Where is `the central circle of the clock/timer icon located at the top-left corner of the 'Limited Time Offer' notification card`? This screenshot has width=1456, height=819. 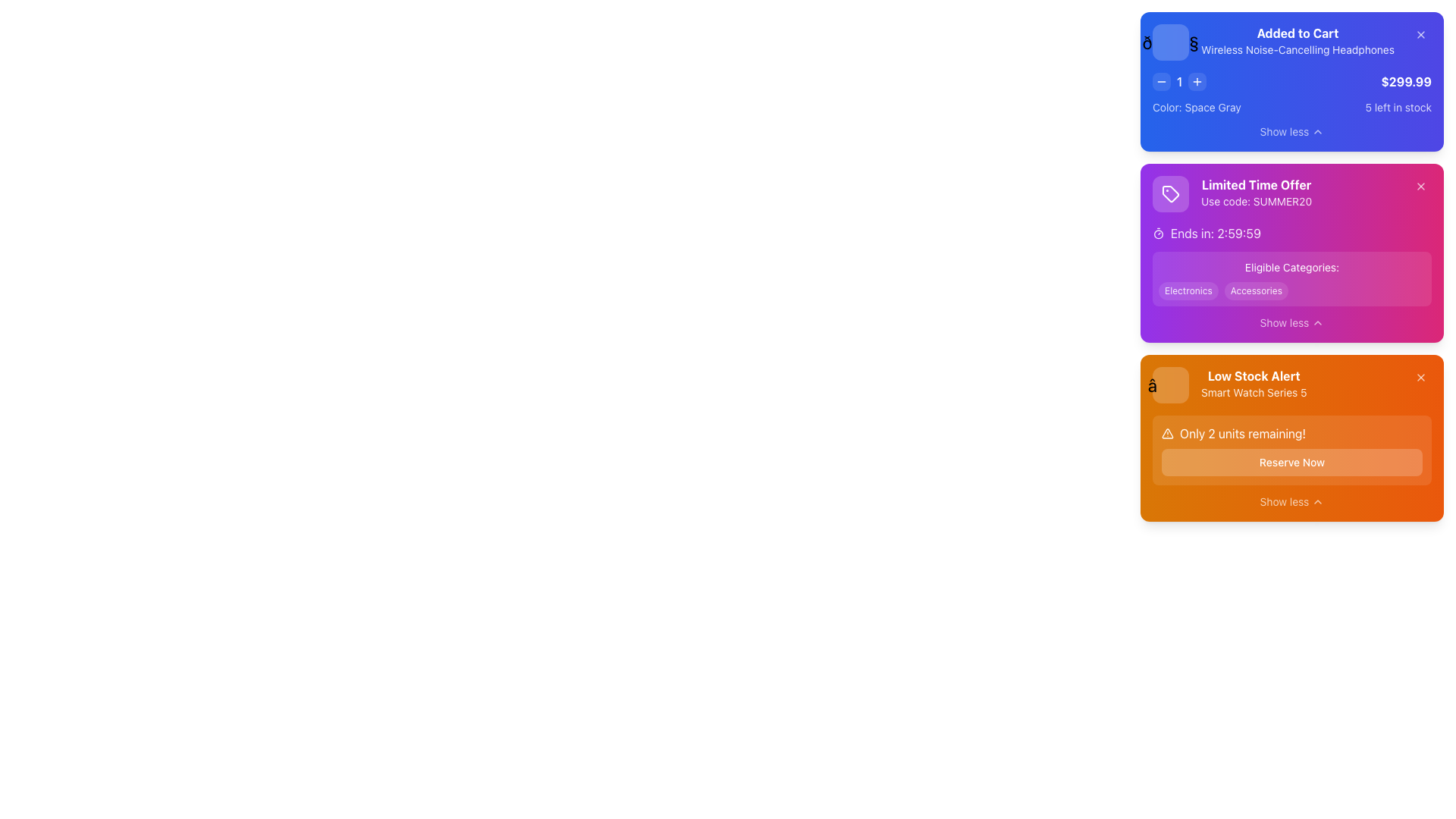 the central circle of the clock/timer icon located at the top-left corner of the 'Limited Time Offer' notification card is located at coordinates (1157, 234).